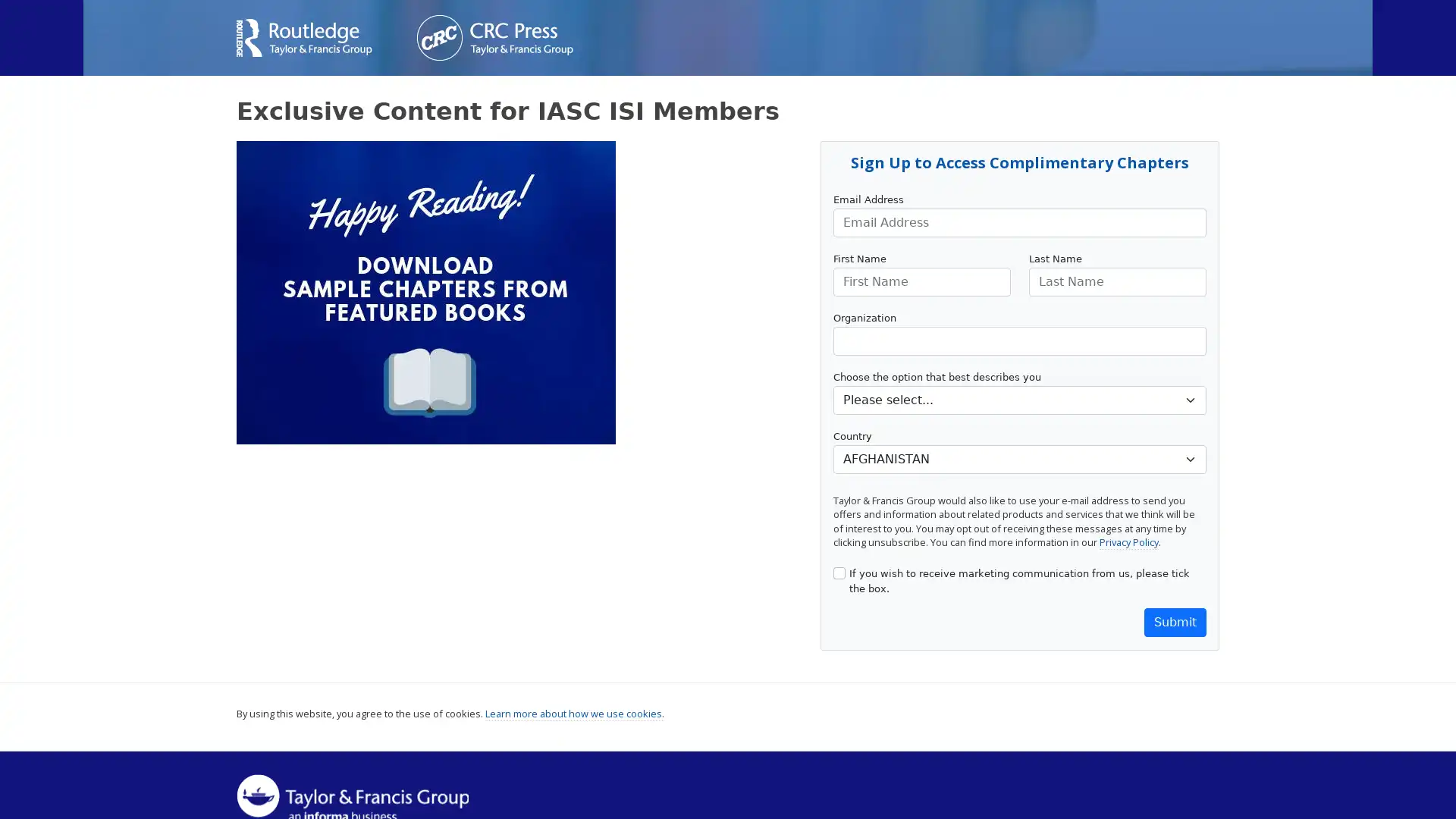  Describe the element at coordinates (1175, 623) in the screenshot. I see `Submit` at that location.